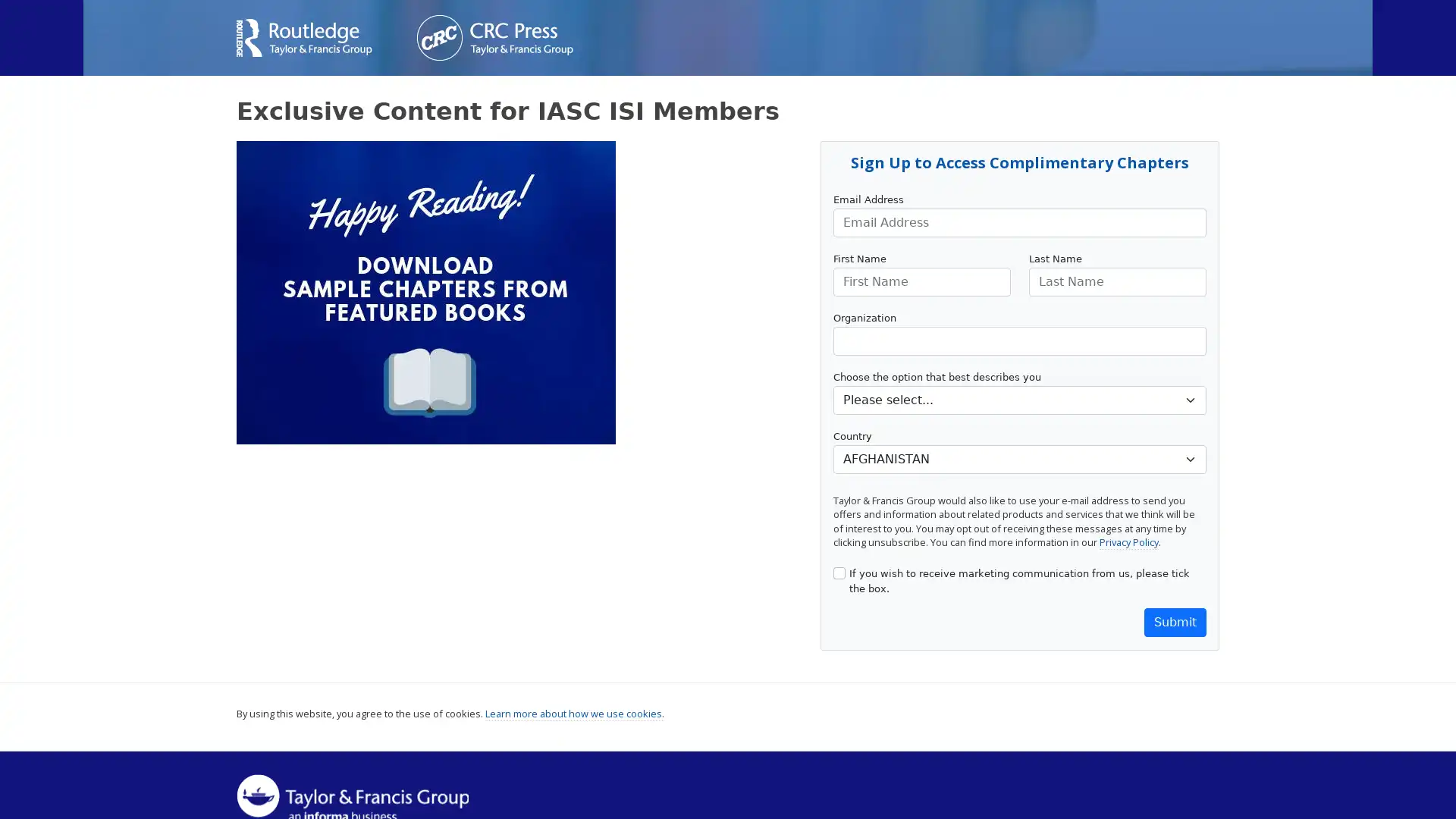  Describe the element at coordinates (1175, 623) in the screenshot. I see `Submit` at that location.